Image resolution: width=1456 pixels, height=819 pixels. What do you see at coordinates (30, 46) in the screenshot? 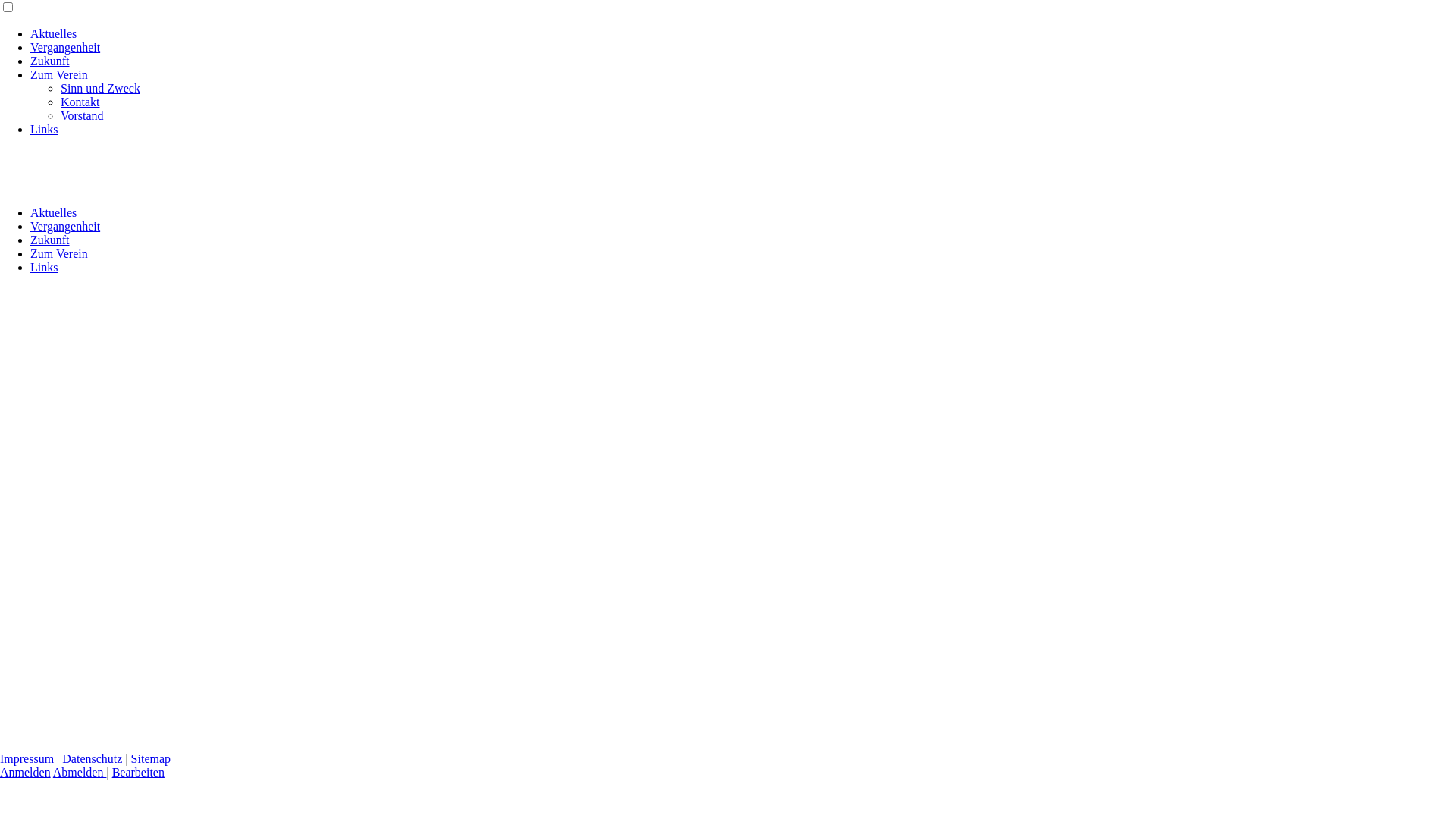
I see `'Vergangenheit'` at bounding box center [30, 46].